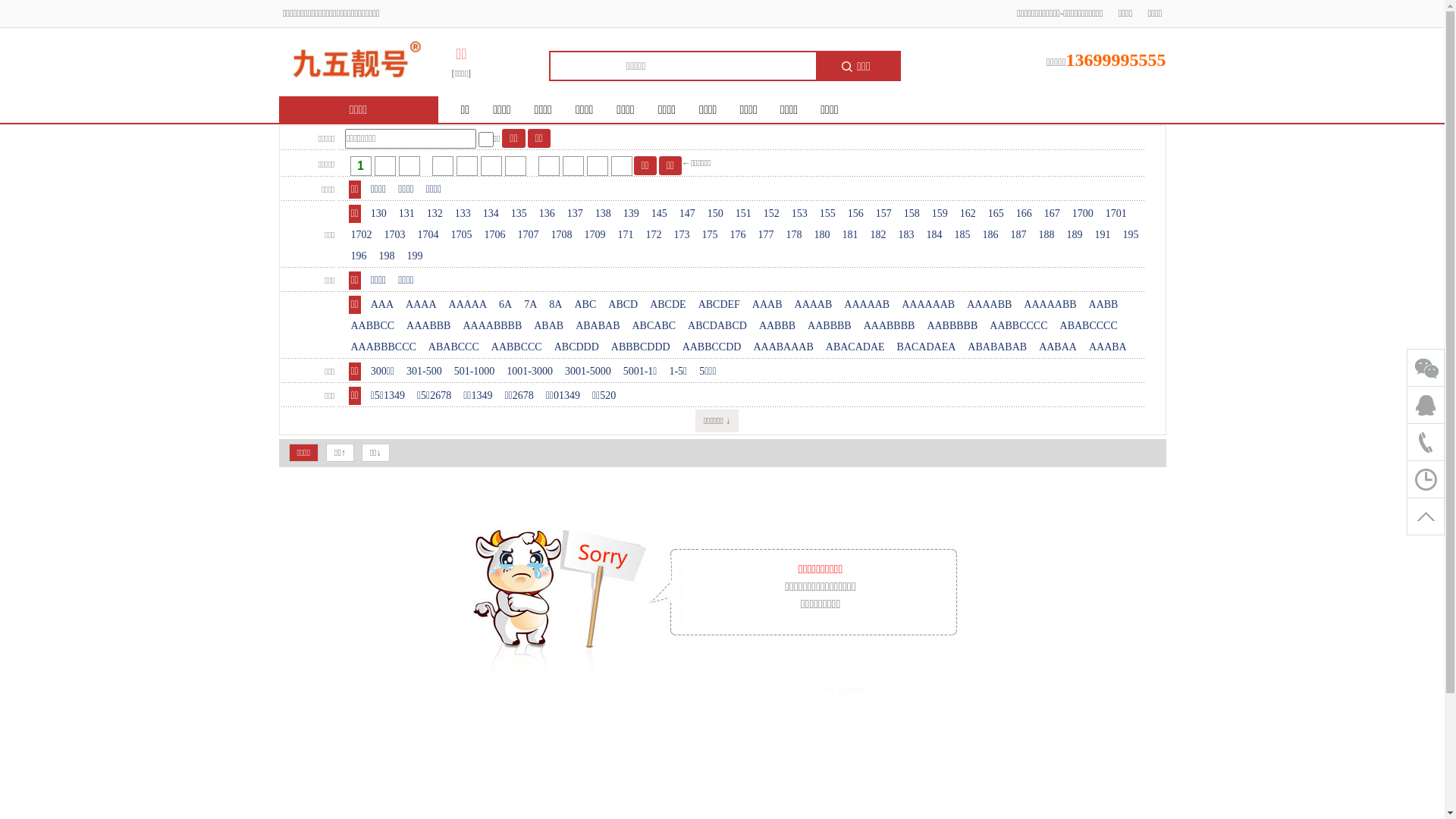 The width and height of the screenshot is (1456, 819). What do you see at coordinates (708, 234) in the screenshot?
I see `'175'` at bounding box center [708, 234].